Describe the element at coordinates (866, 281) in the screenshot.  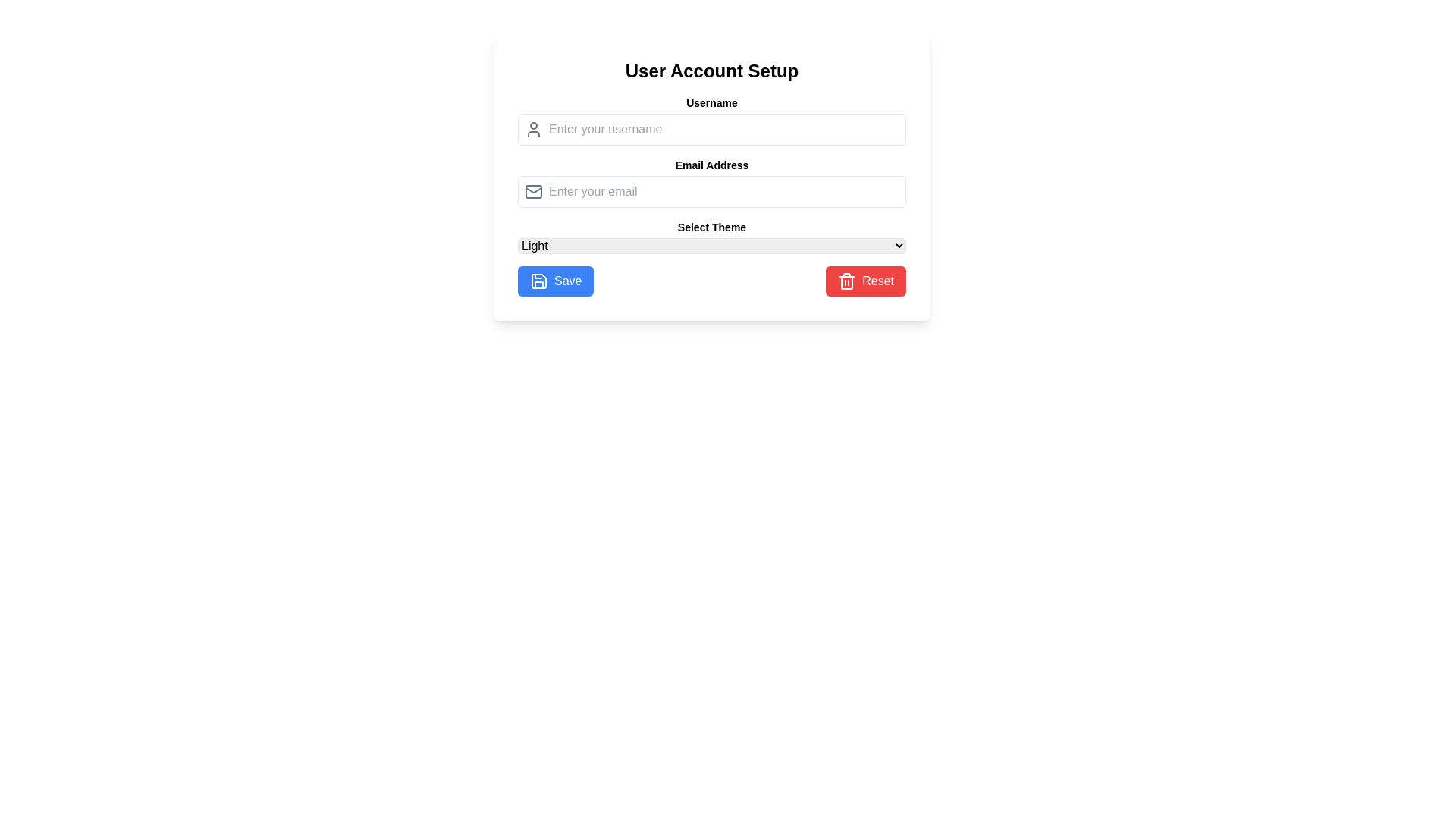
I see `the 'Reset' button located to the right of the 'Save' button in the user account setup form to observe its hover effect` at that location.